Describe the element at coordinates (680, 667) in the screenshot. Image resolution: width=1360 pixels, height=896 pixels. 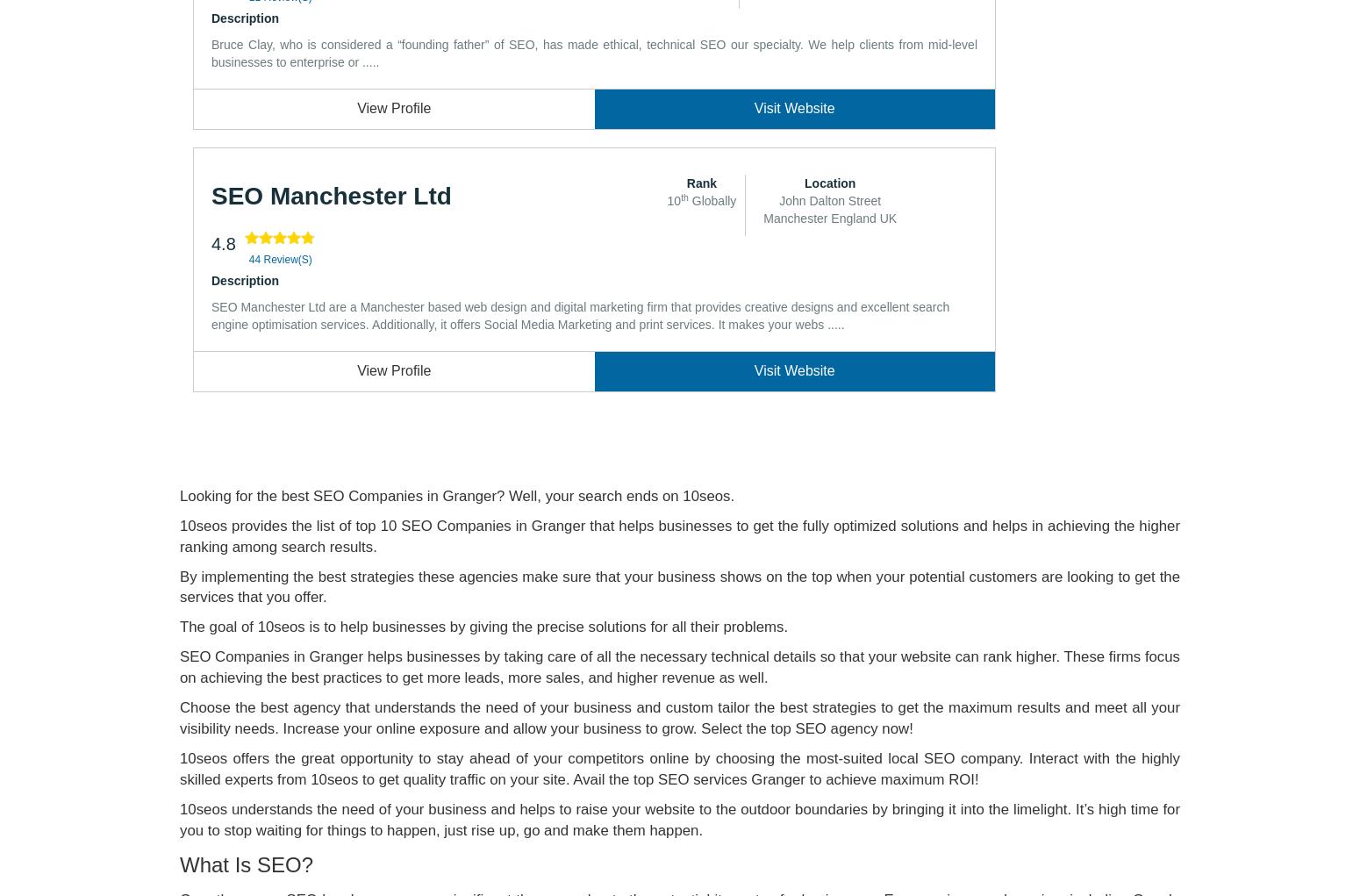
I see `'SEO Companies in Granger helps businesses by taking care of all the necessary technical details so that your website can rank higher. These firms focus on achieving the best practices to get more leads, more sales, and higher revenue as well.'` at that location.